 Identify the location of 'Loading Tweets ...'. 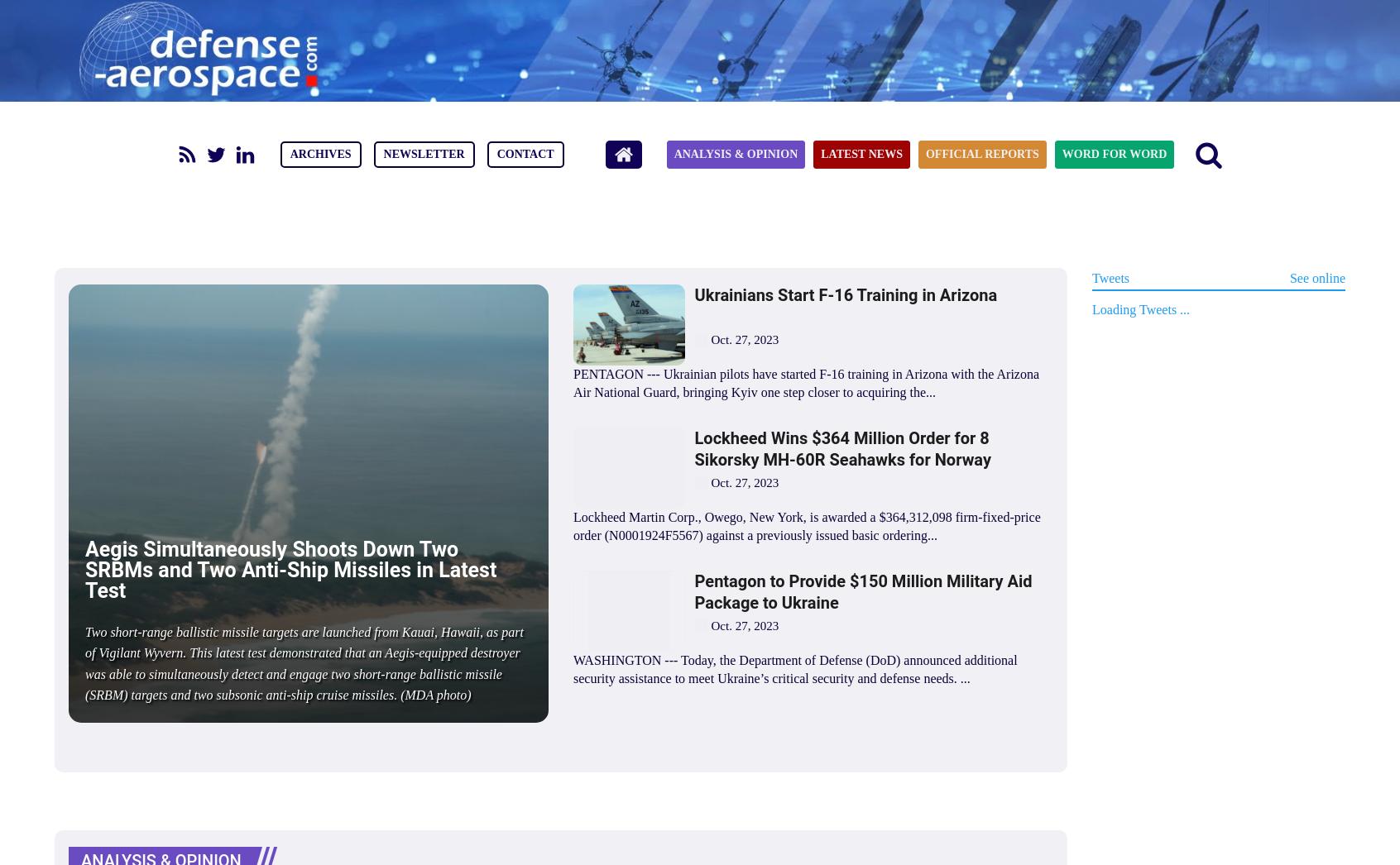
(1091, 308).